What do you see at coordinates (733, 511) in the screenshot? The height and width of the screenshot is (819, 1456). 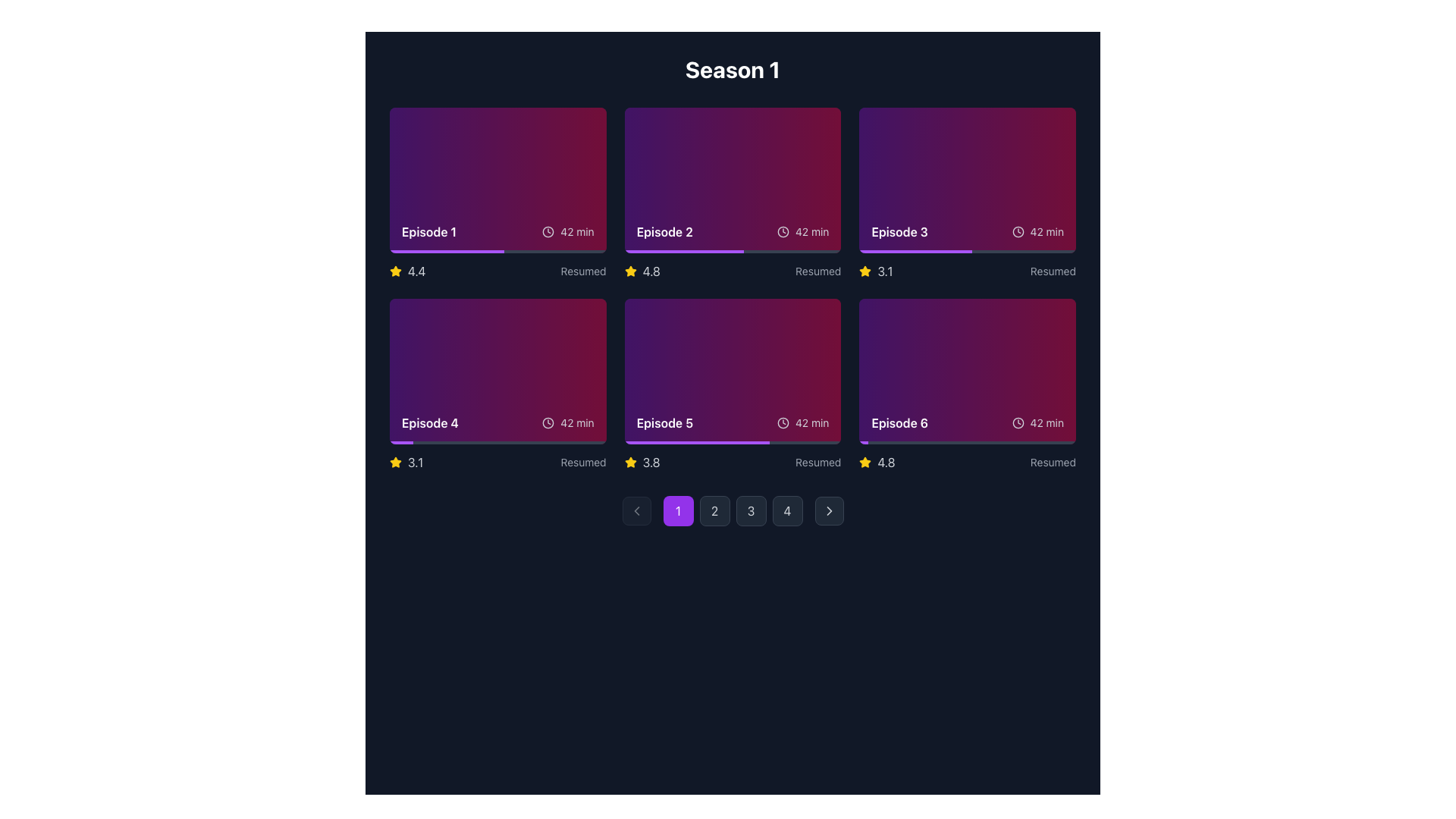 I see `the button labeled '2', which is styled as a dark box with light text, located in the pagination bar to provide interaction feedback` at bounding box center [733, 511].